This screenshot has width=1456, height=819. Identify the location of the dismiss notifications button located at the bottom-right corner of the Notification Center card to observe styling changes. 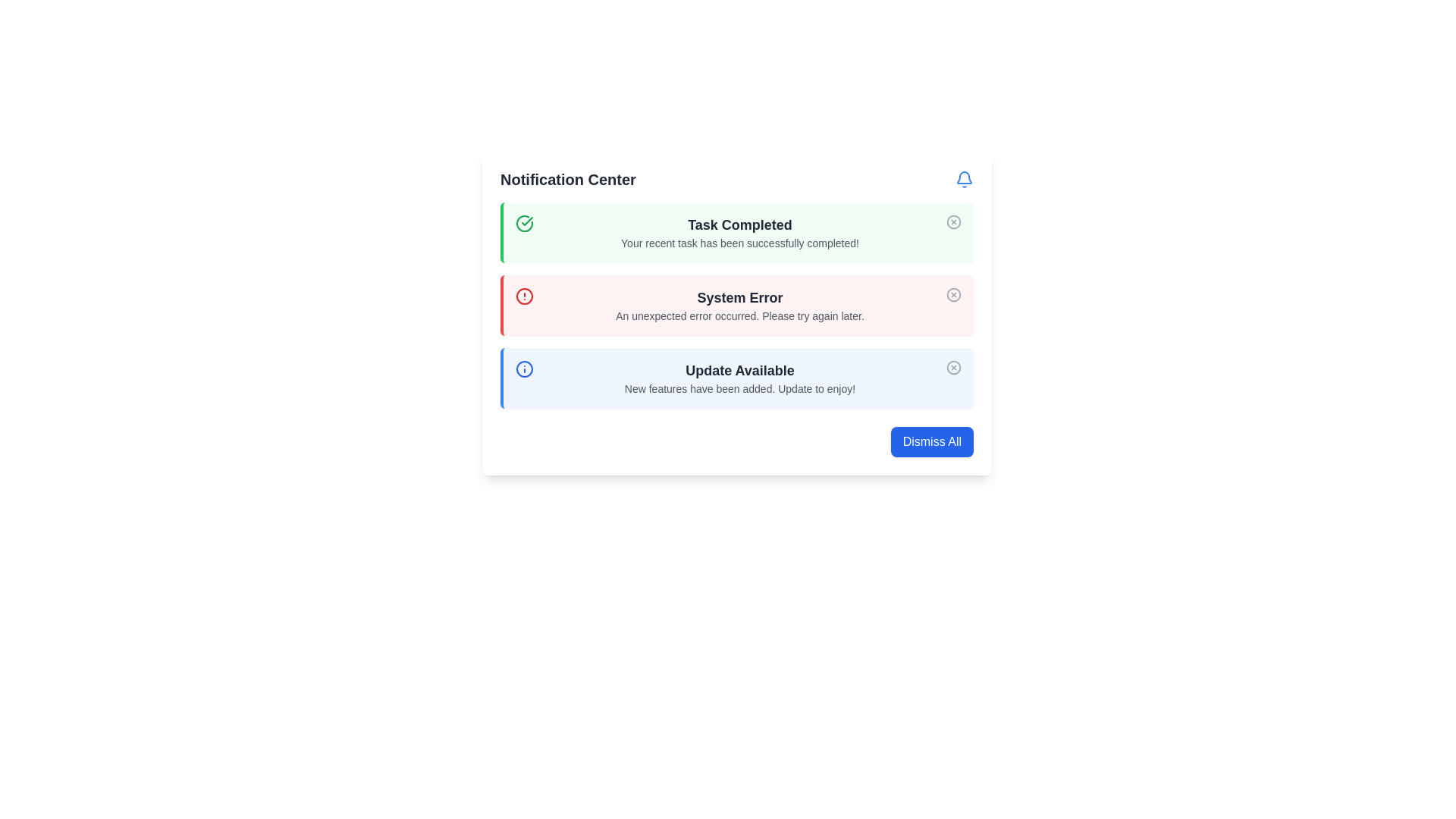
(931, 441).